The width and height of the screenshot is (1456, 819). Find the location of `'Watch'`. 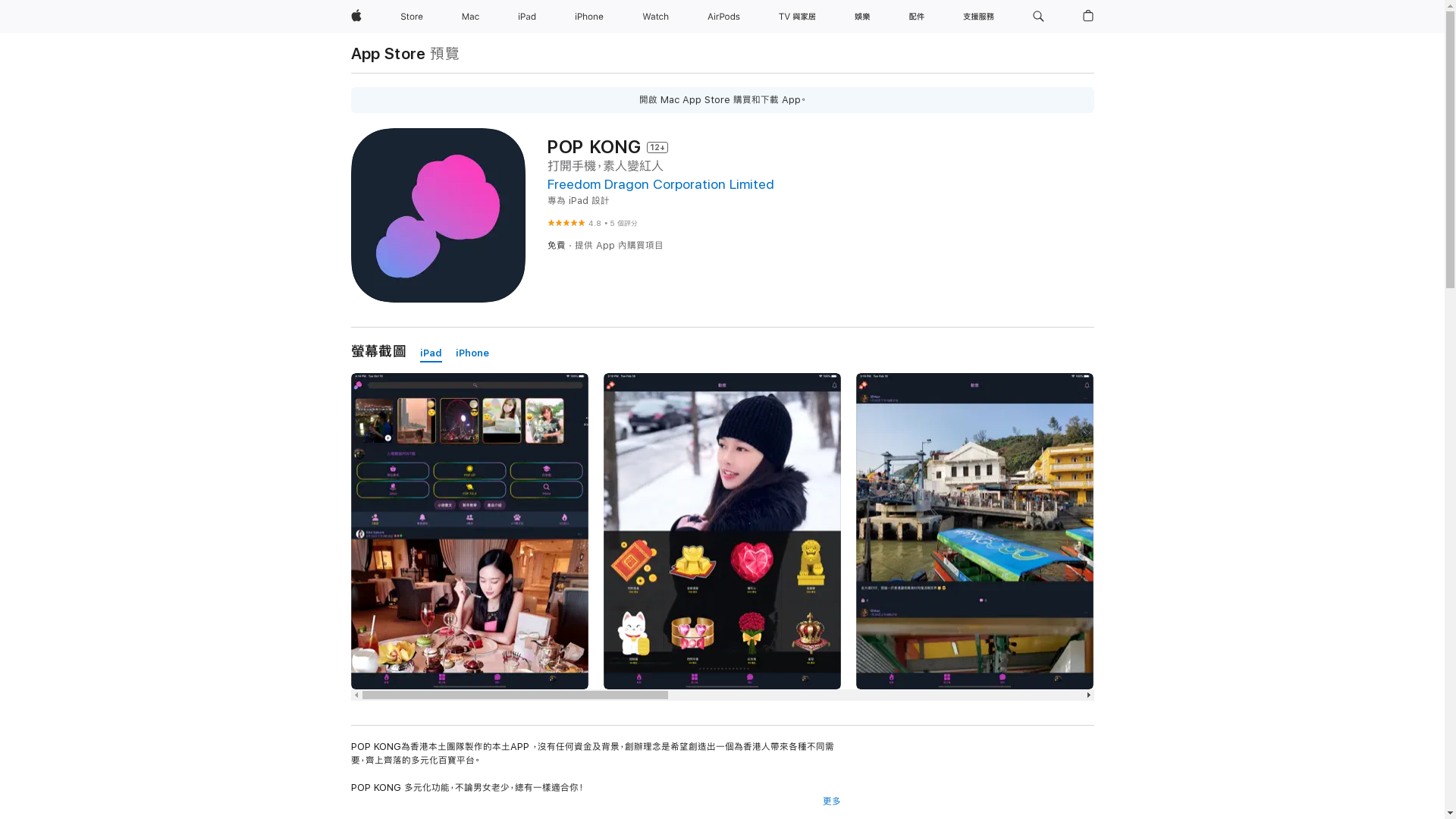

'Watch' is located at coordinates (636, 17).